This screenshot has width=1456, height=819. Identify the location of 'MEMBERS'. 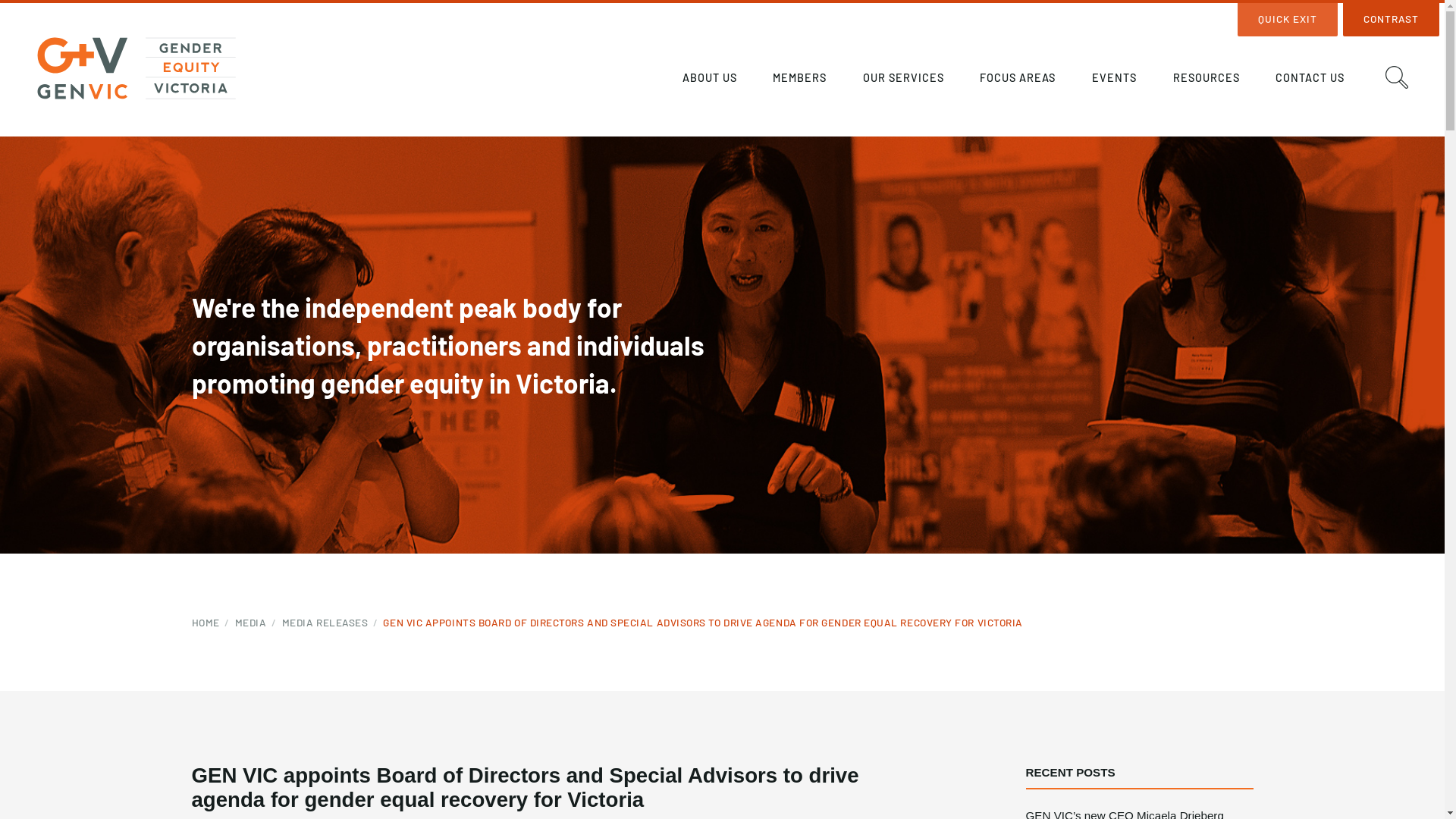
(799, 80).